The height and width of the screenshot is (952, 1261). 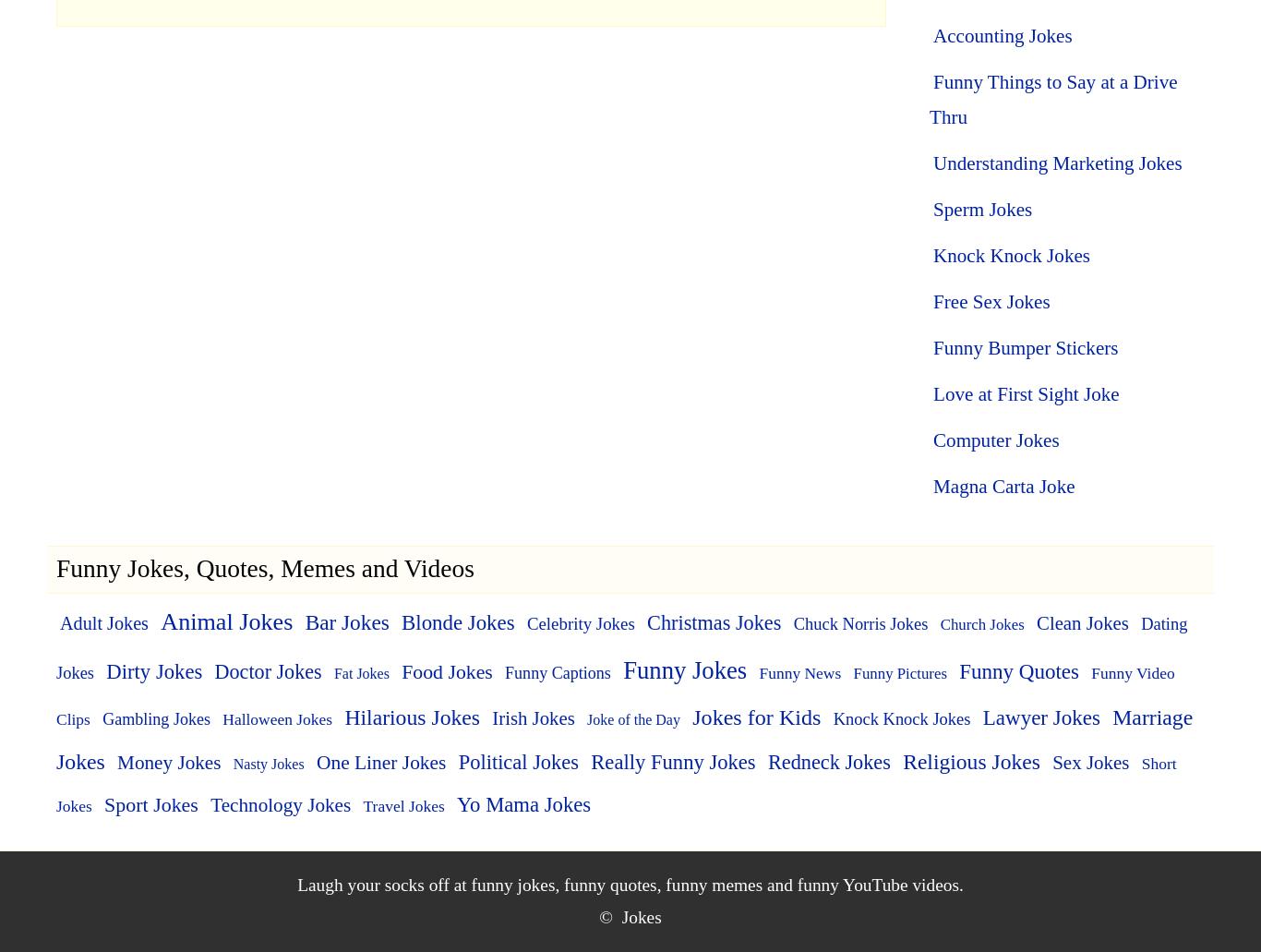 What do you see at coordinates (1090, 762) in the screenshot?
I see `'Sex Jokes'` at bounding box center [1090, 762].